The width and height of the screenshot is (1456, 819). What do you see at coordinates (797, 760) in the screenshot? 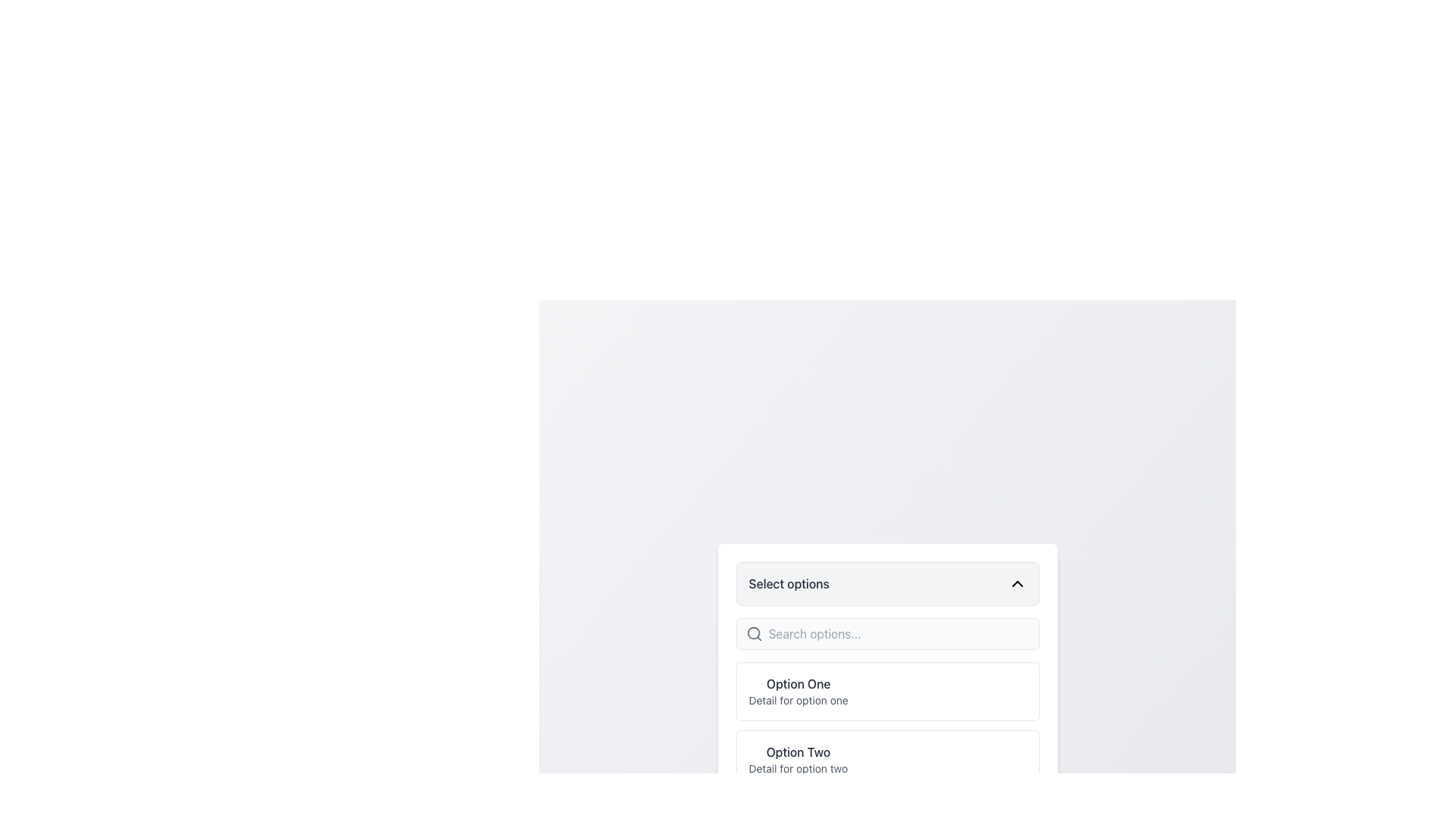
I see `the second item in the dropdown menu labeled 'Option Two'` at bounding box center [797, 760].